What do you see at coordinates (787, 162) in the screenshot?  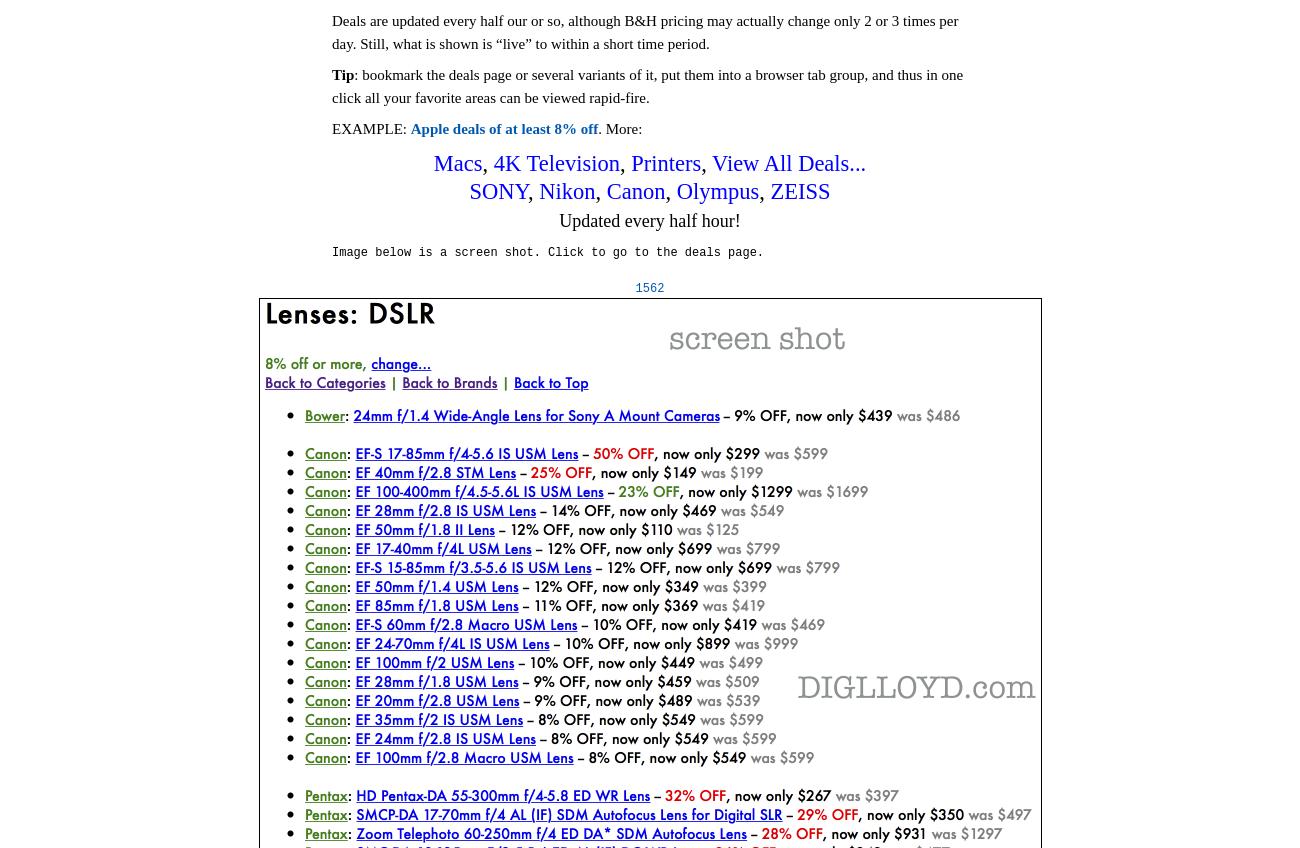 I see `'View All Deals...'` at bounding box center [787, 162].